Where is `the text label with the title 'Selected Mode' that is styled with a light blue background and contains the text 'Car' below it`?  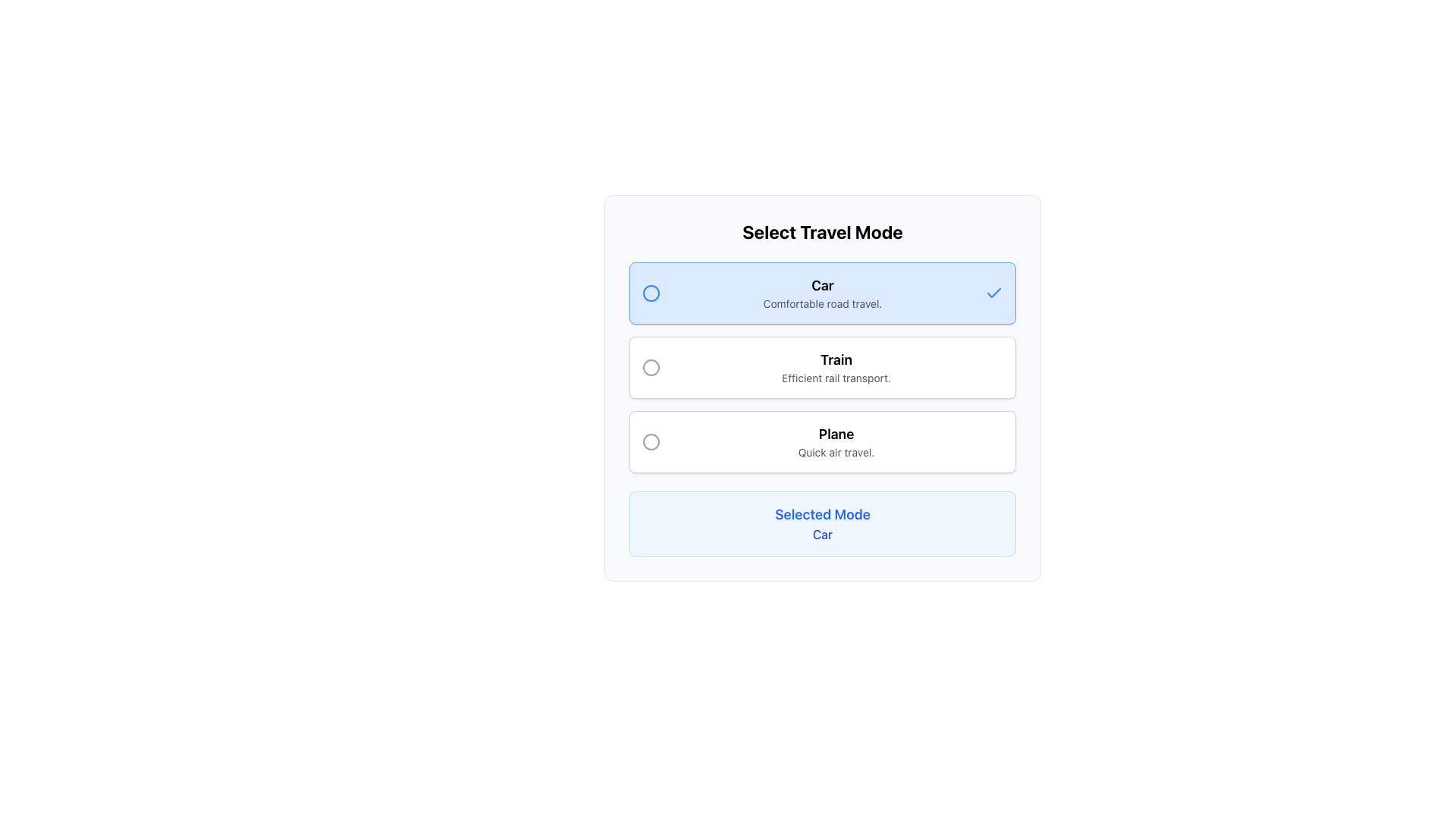
the text label with the title 'Selected Mode' that is styled with a light blue background and contains the text 'Car' below it is located at coordinates (821, 522).